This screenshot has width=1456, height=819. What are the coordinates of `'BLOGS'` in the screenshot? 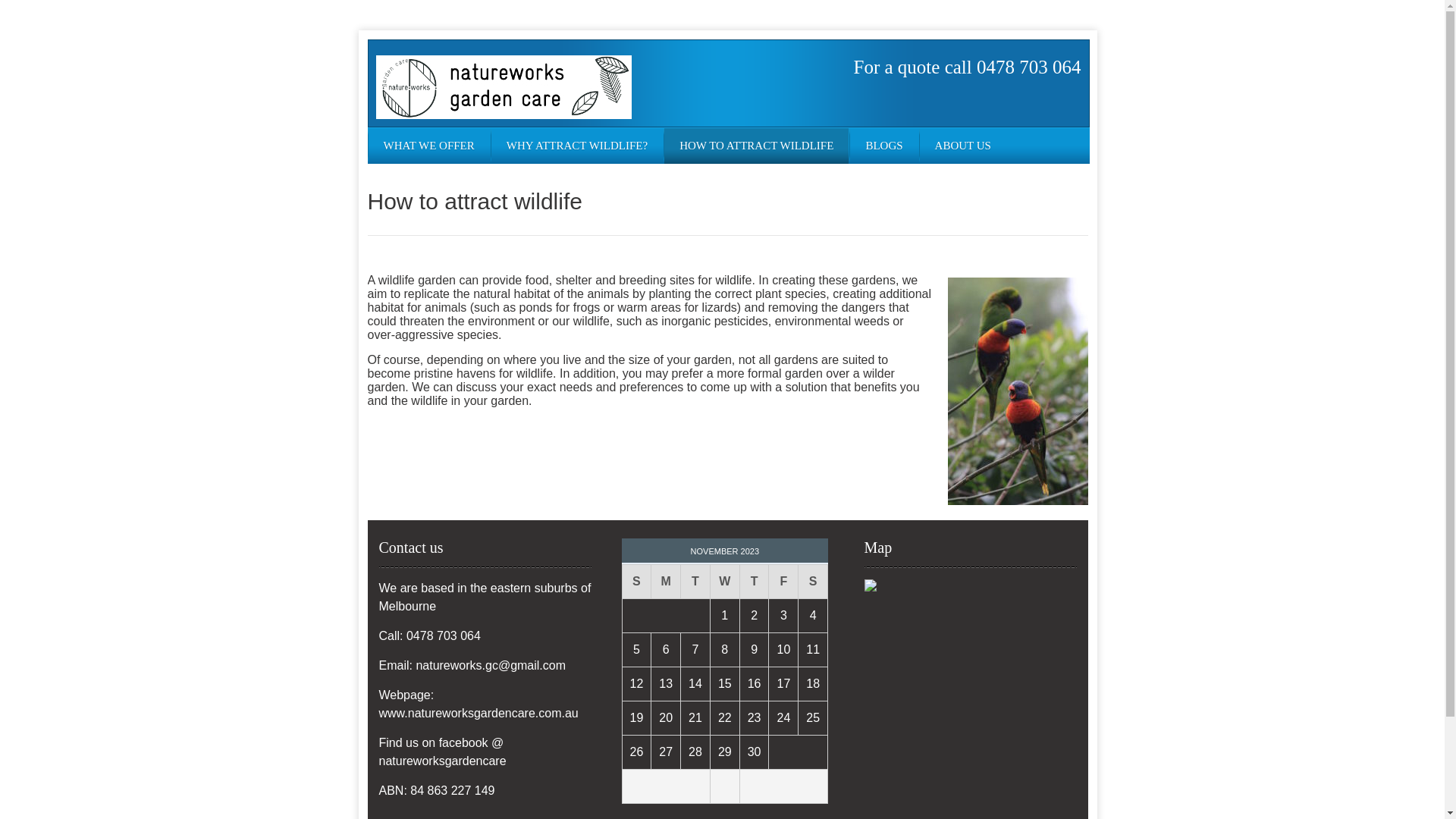 It's located at (883, 146).